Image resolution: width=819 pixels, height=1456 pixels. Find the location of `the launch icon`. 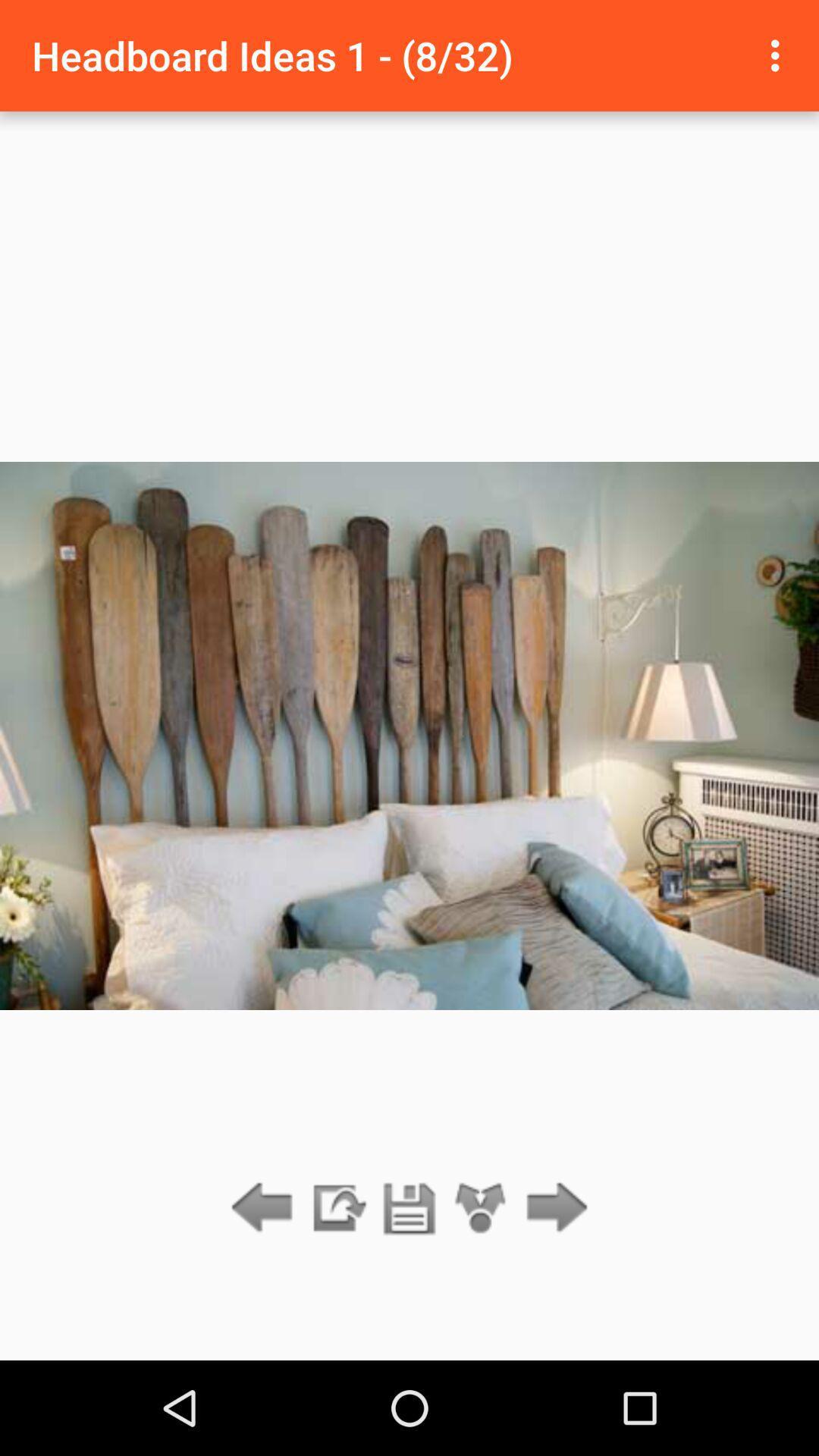

the launch icon is located at coordinates (337, 1208).